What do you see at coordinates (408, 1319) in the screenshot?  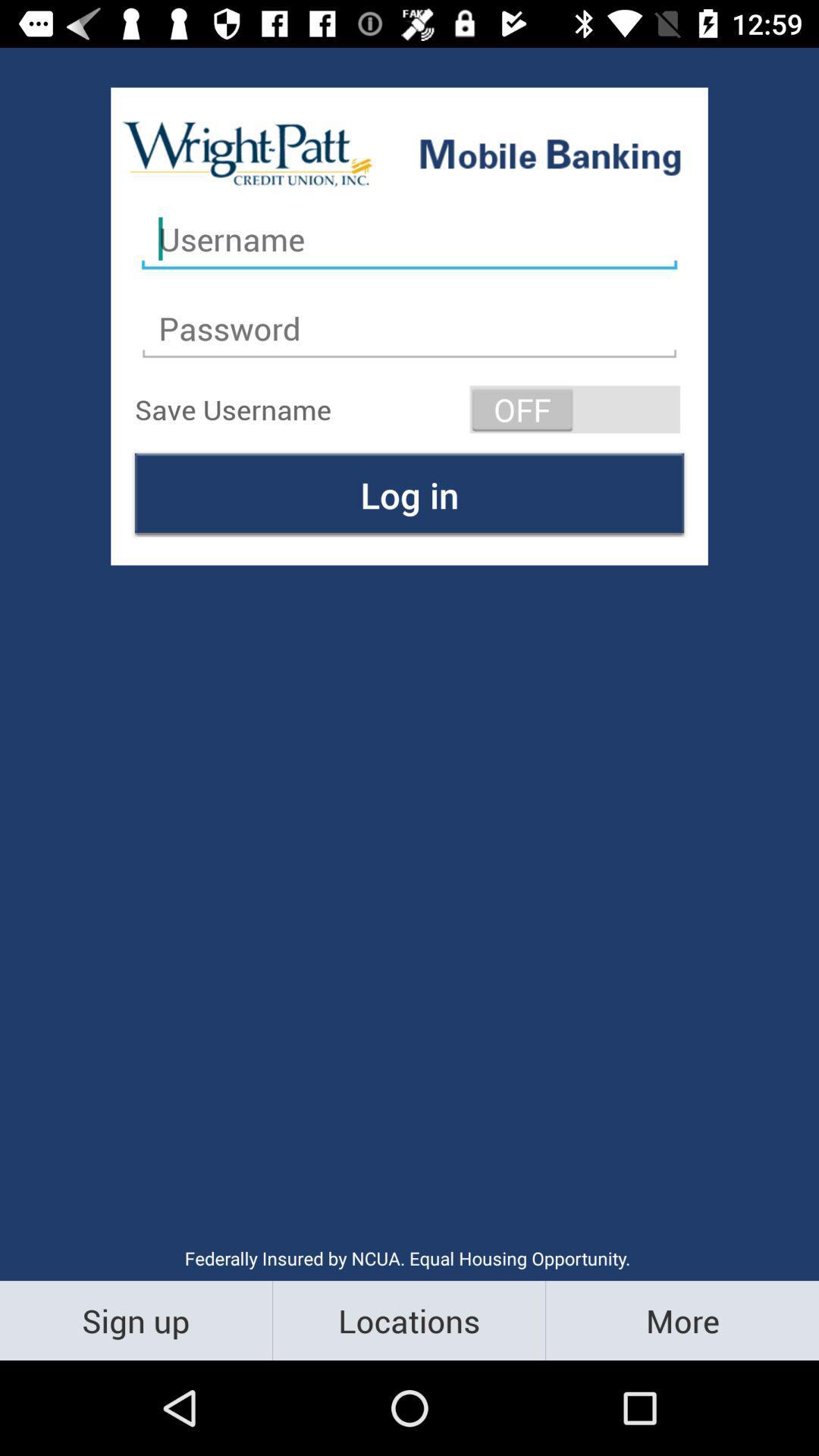 I see `the item to the right of sign up` at bounding box center [408, 1319].